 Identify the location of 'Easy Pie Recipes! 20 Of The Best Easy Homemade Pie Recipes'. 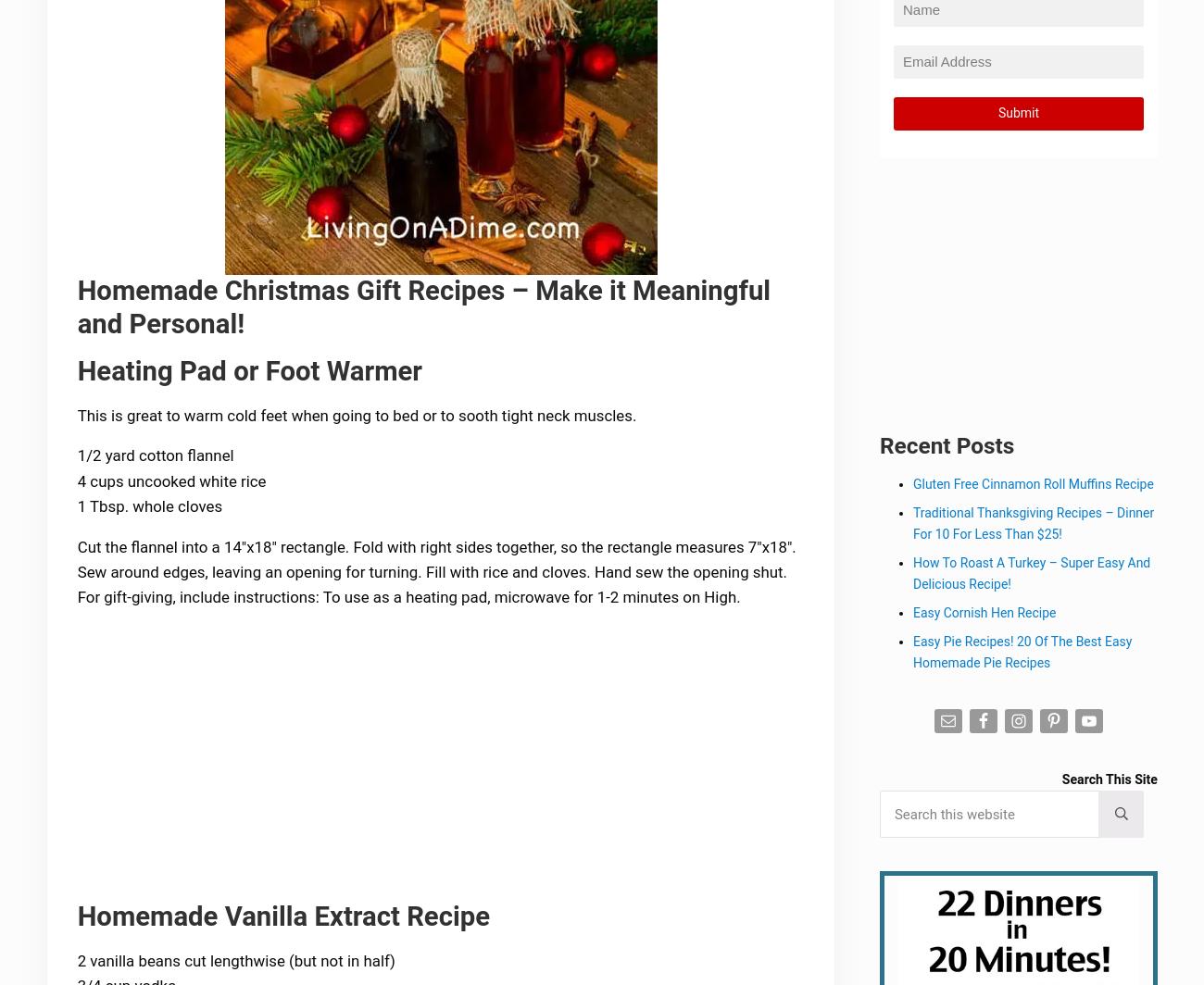
(1022, 653).